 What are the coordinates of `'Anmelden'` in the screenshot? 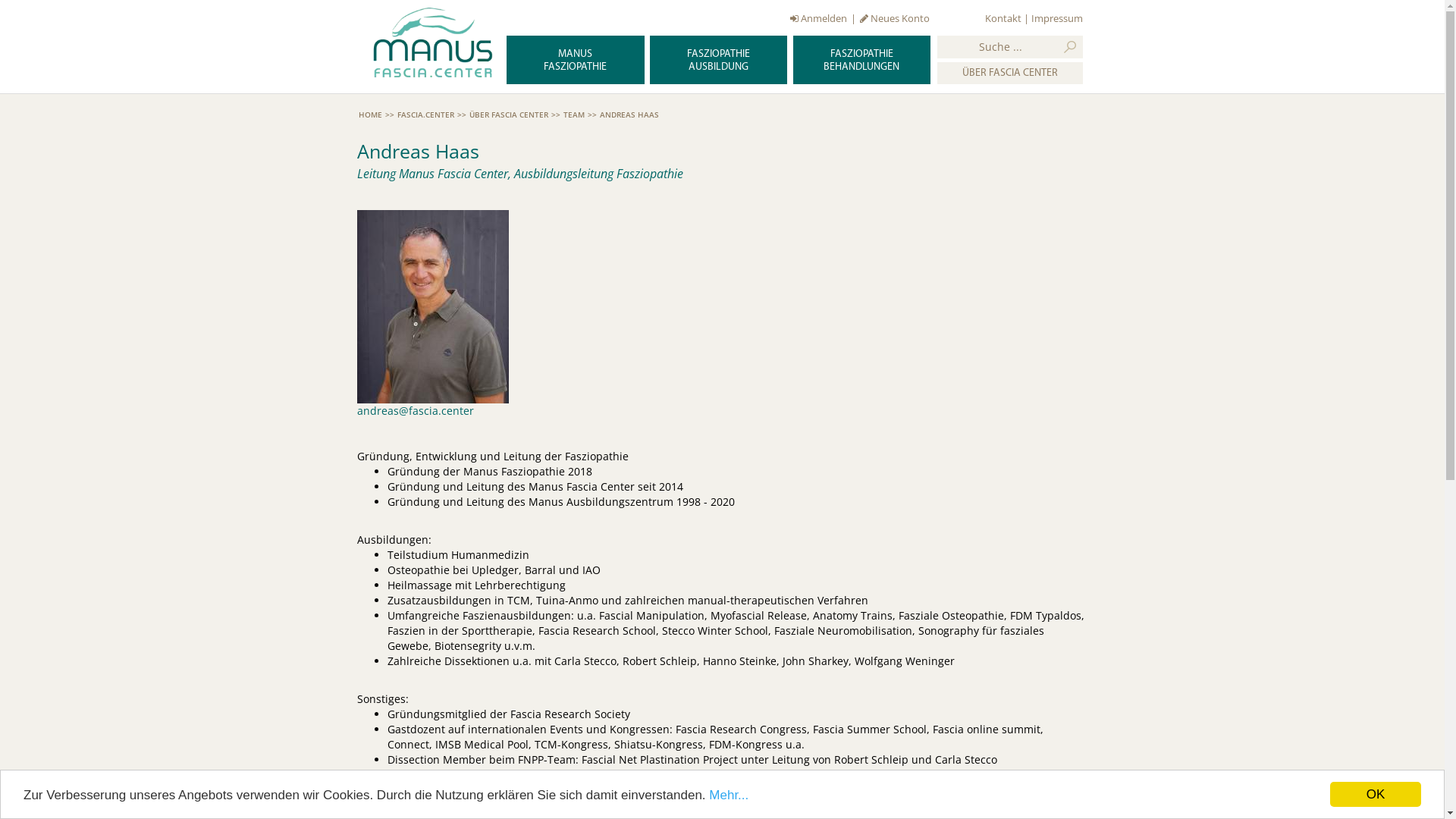 It's located at (789, 17).